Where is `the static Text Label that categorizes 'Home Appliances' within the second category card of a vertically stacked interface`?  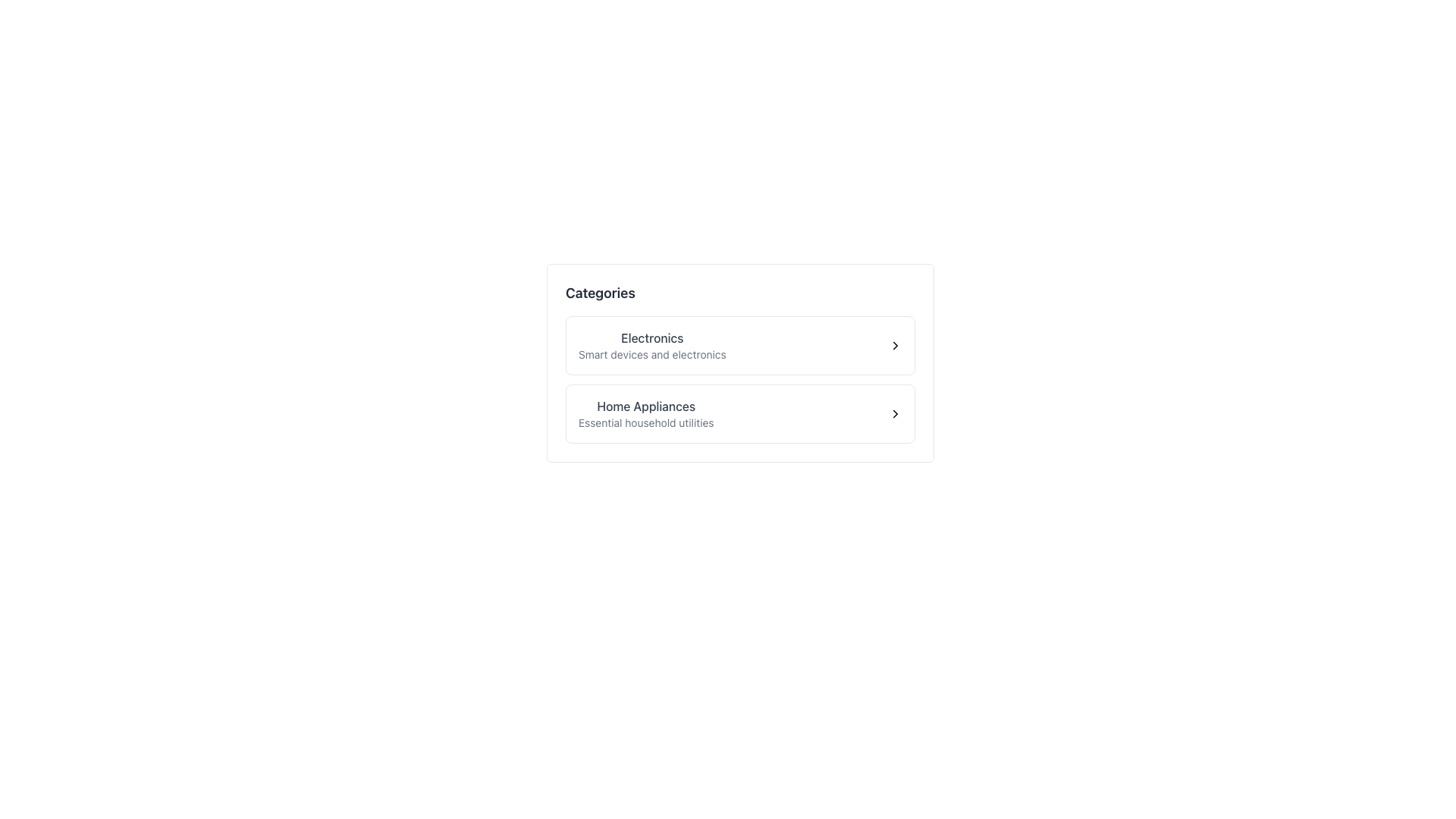
the static Text Label that categorizes 'Home Appliances' within the second category card of a vertically stacked interface is located at coordinates (646, 406).